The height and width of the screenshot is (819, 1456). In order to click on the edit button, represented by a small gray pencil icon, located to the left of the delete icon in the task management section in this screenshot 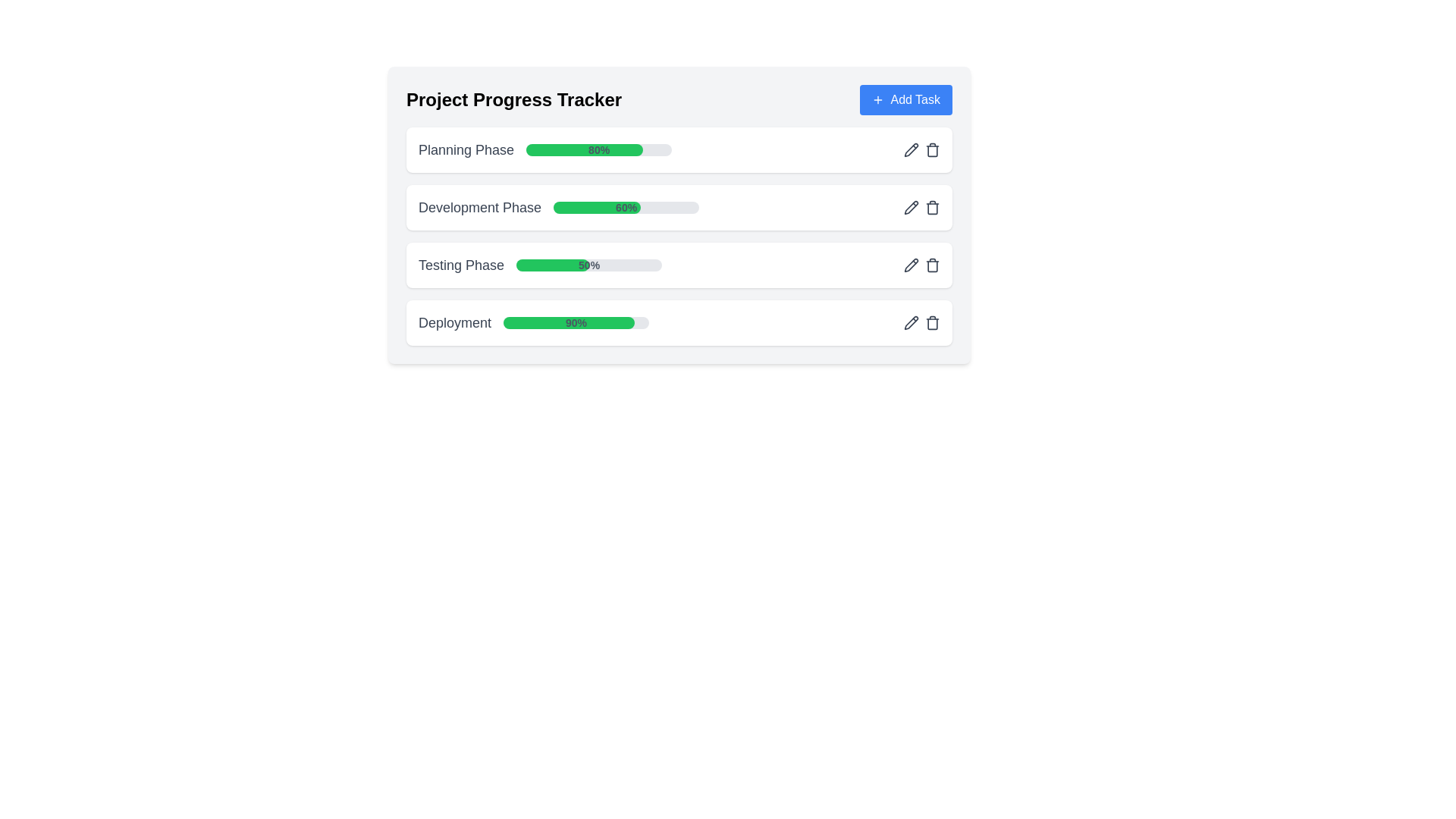, I will do `click(910, 322)`.